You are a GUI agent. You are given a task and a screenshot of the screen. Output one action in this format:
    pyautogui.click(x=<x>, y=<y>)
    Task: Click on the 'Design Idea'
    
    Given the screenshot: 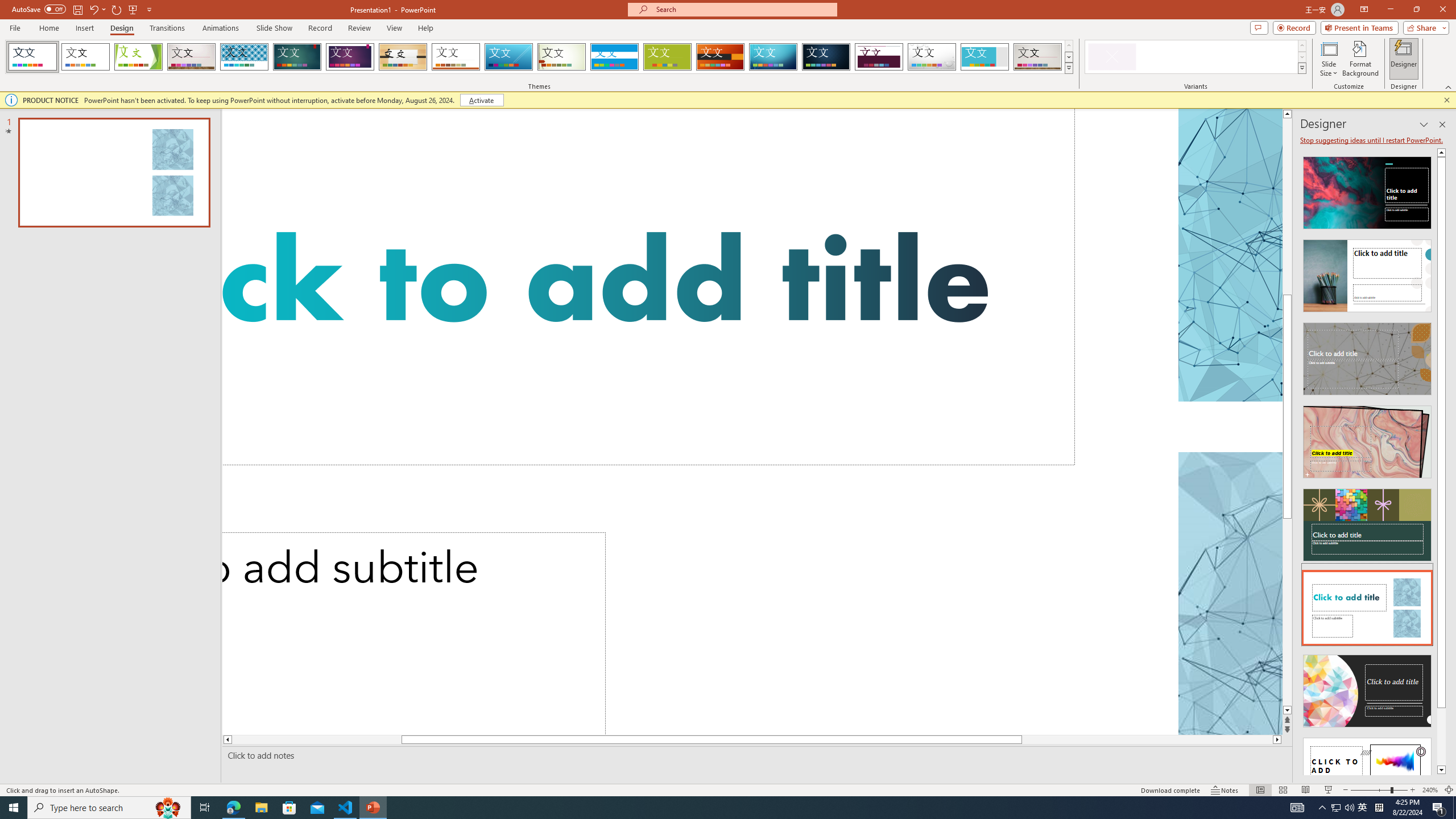 What is the action you would take?
    pyautogui.click(x=1366, y=771)
    